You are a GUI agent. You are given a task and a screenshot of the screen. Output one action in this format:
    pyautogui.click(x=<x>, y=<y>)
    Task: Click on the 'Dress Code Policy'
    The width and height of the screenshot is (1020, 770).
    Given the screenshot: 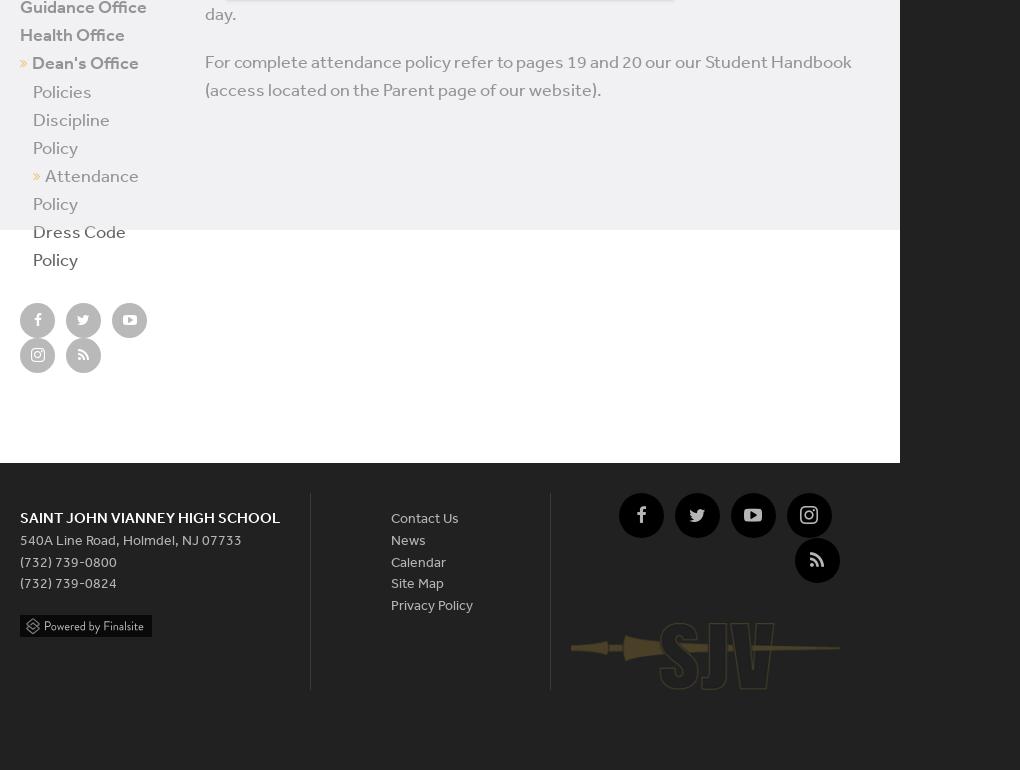 What is the action you would take?
    pyautogui.click(x=79, y=245)
    